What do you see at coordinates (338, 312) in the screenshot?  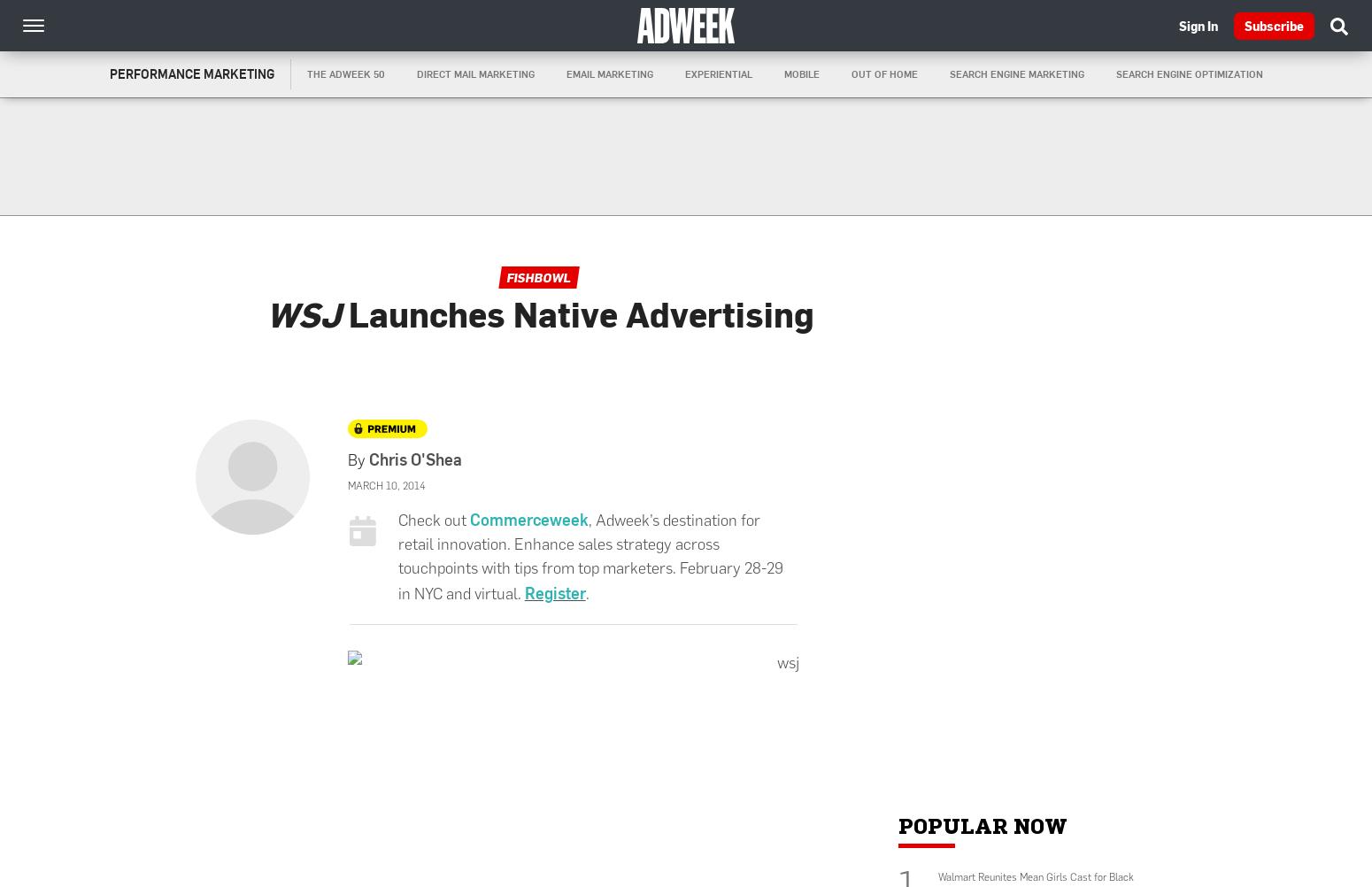 I see `'Launches Native Advertising'` at bounding box center [338, 312].